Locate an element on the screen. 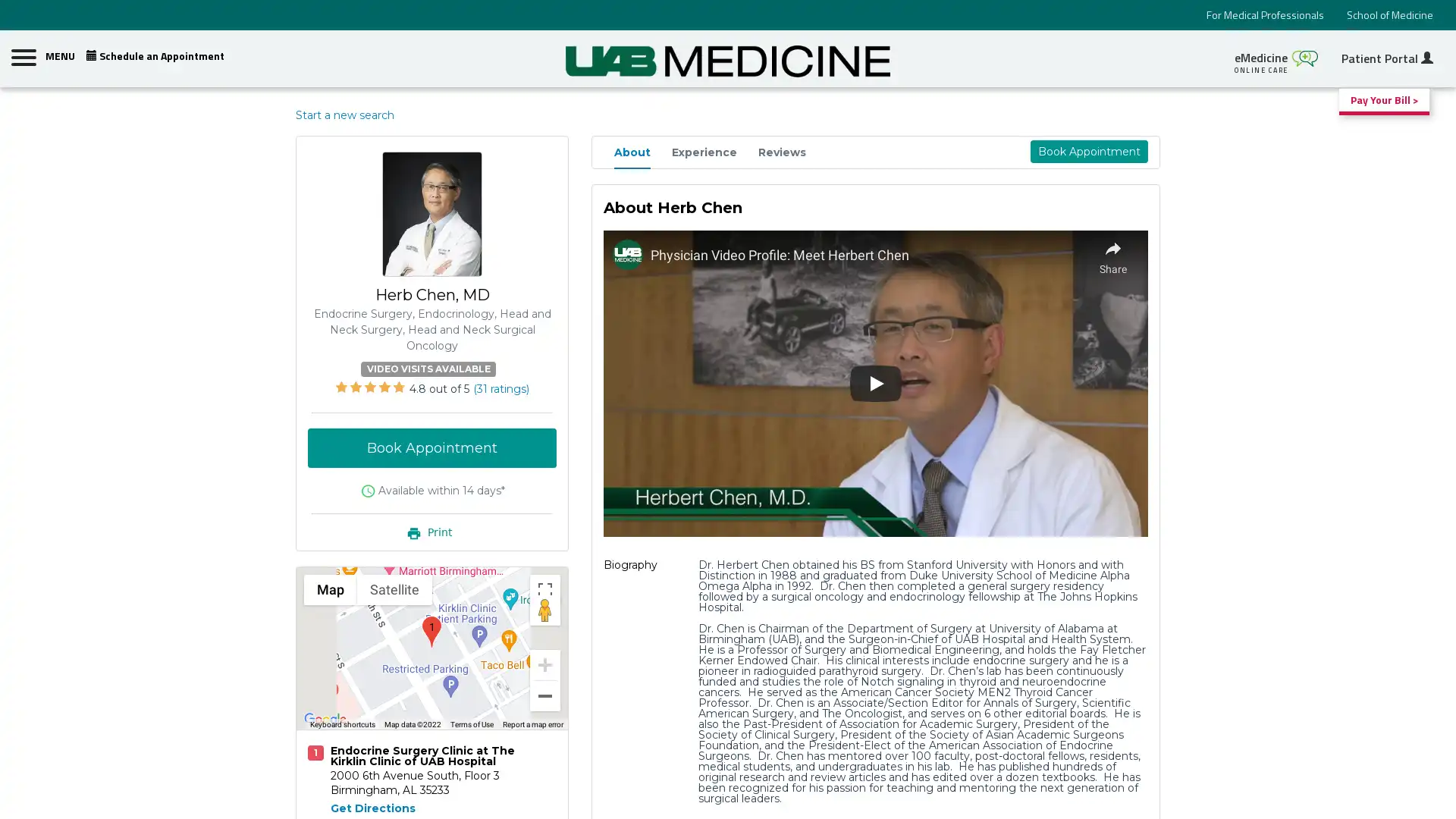  Keyboard shortcuts is located at coordinates (341, 724).